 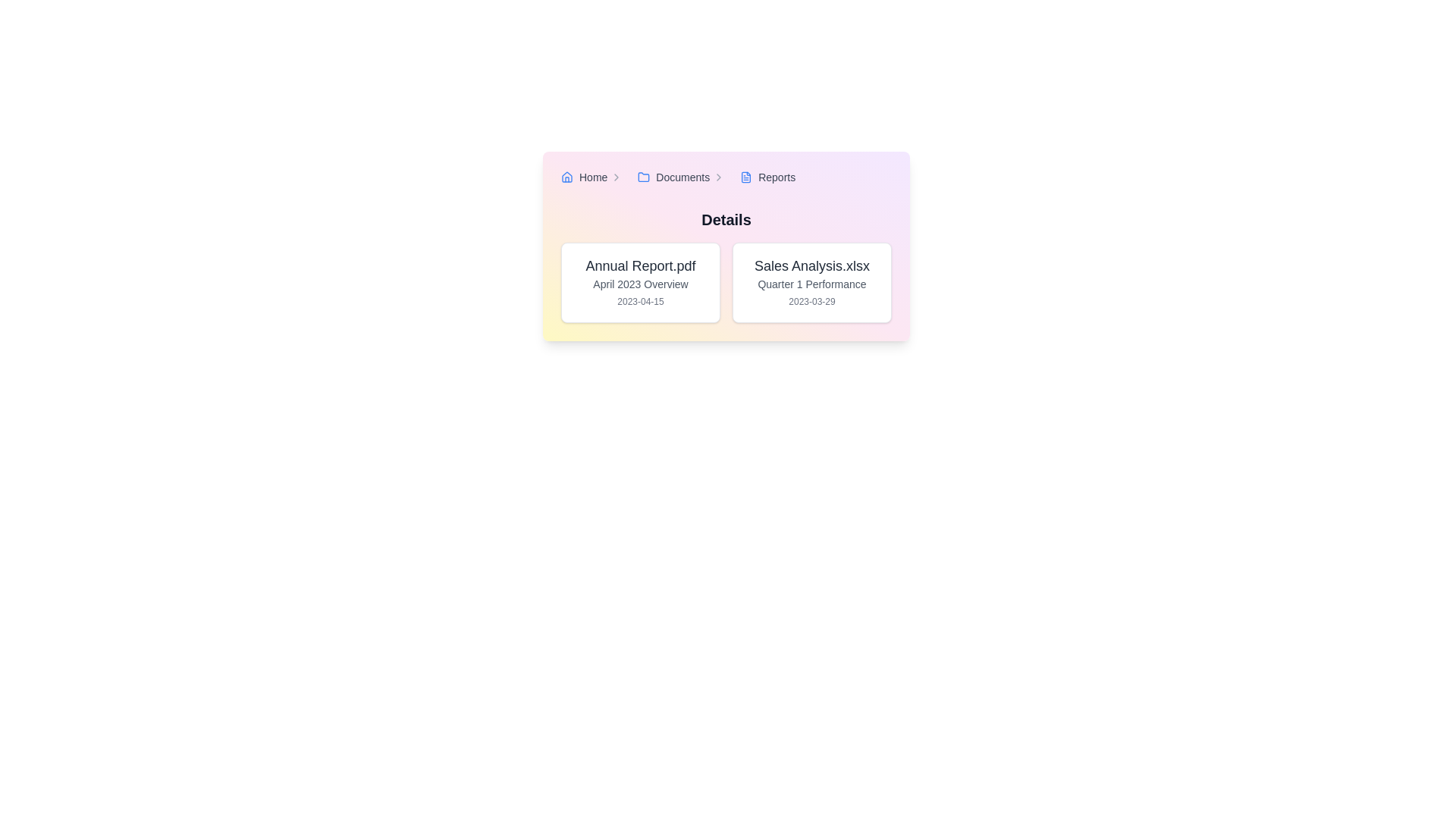 I want to click on the blue document-shaped icon in the breadcrumb navigation bar that signifies the 'Reports' section, so click(x=746, y=177).